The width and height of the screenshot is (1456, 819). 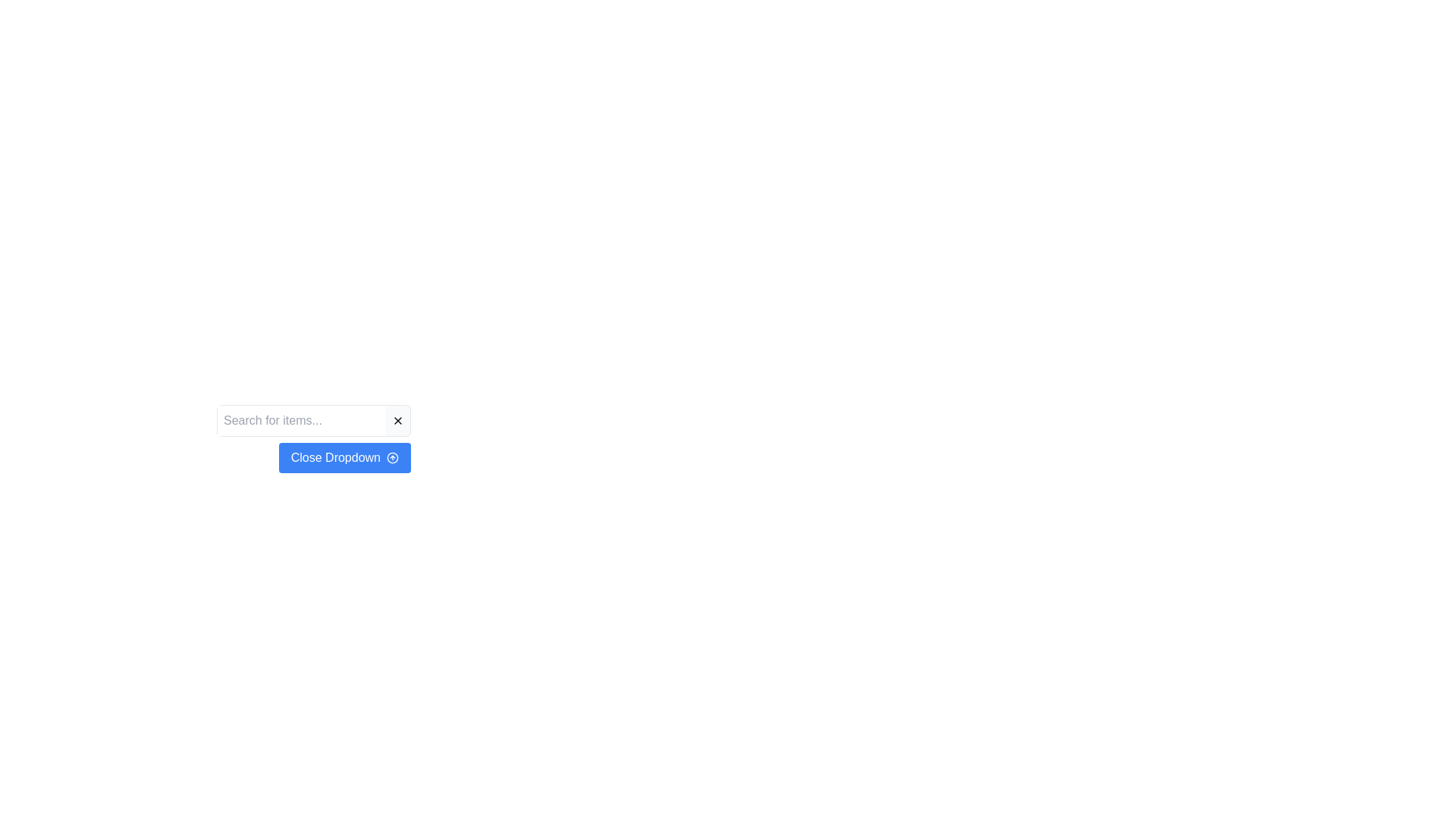 What do you see at coordinates (397, 421) in the screenshot?
I see `the close icon button (an 'X') to clear the search field` at bounding box center [397, 421].